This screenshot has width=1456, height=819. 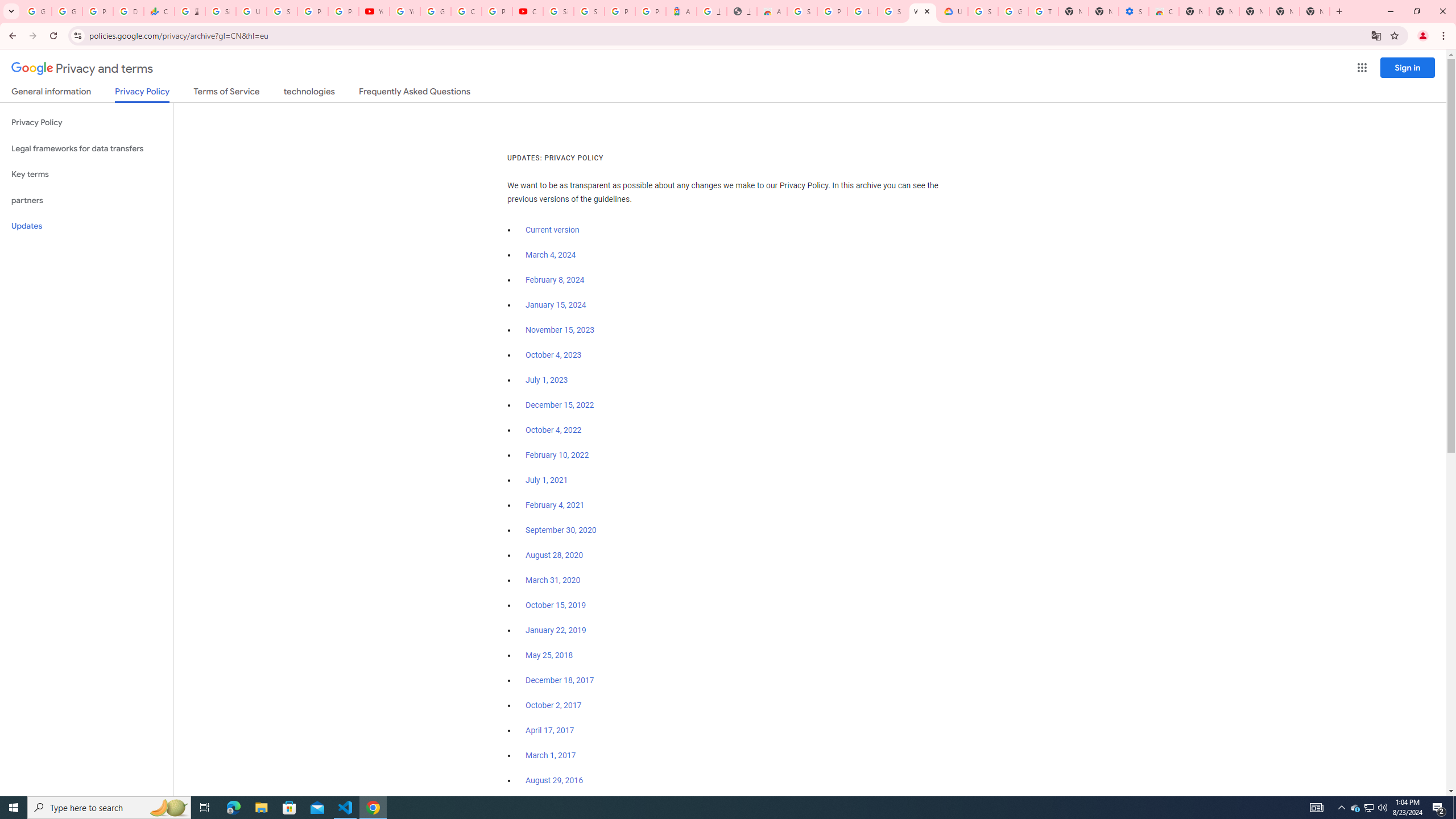 I want to click on 'November 15, 2023', so click(x=560, y=330).